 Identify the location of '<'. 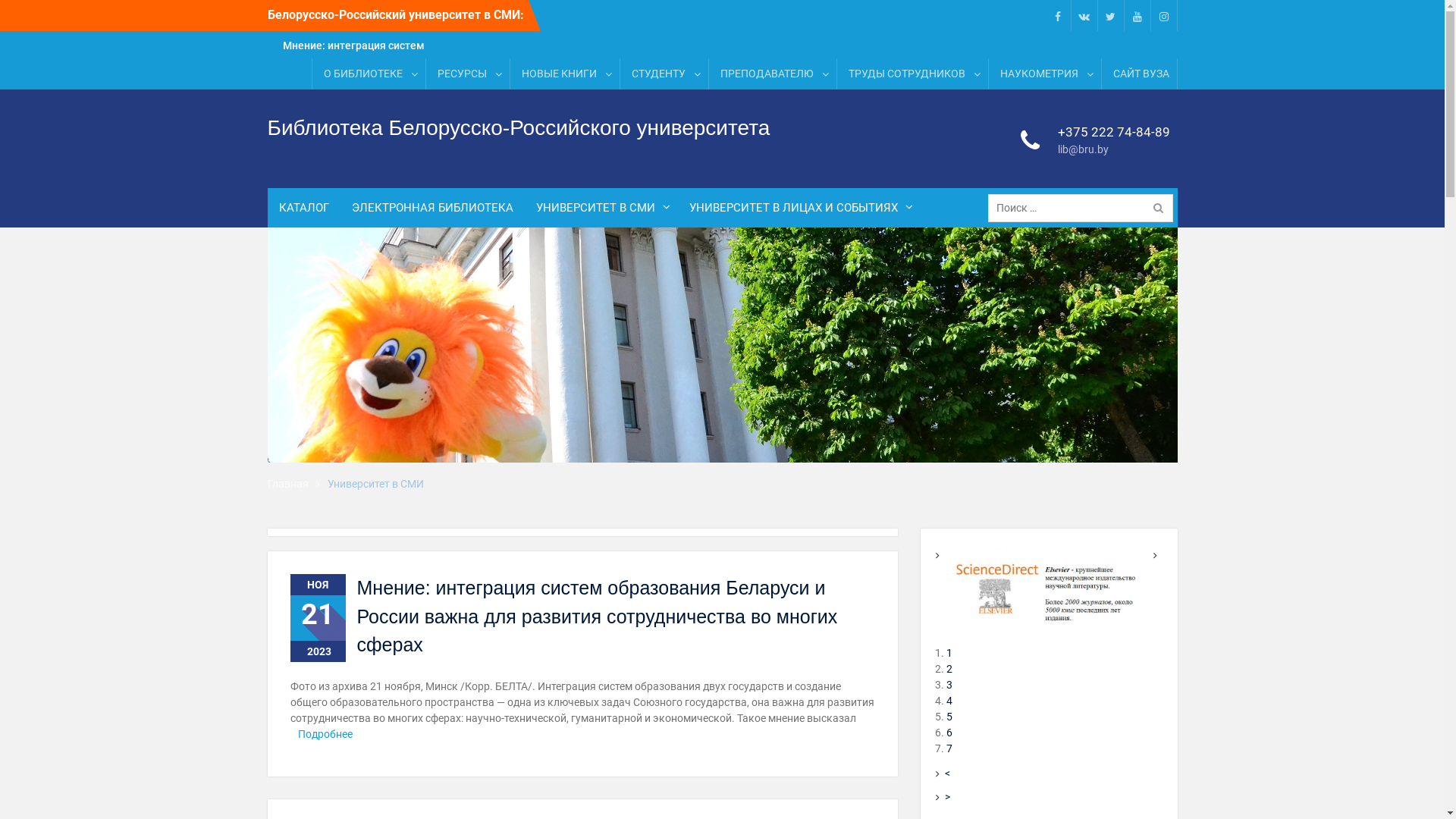
(946, 773).